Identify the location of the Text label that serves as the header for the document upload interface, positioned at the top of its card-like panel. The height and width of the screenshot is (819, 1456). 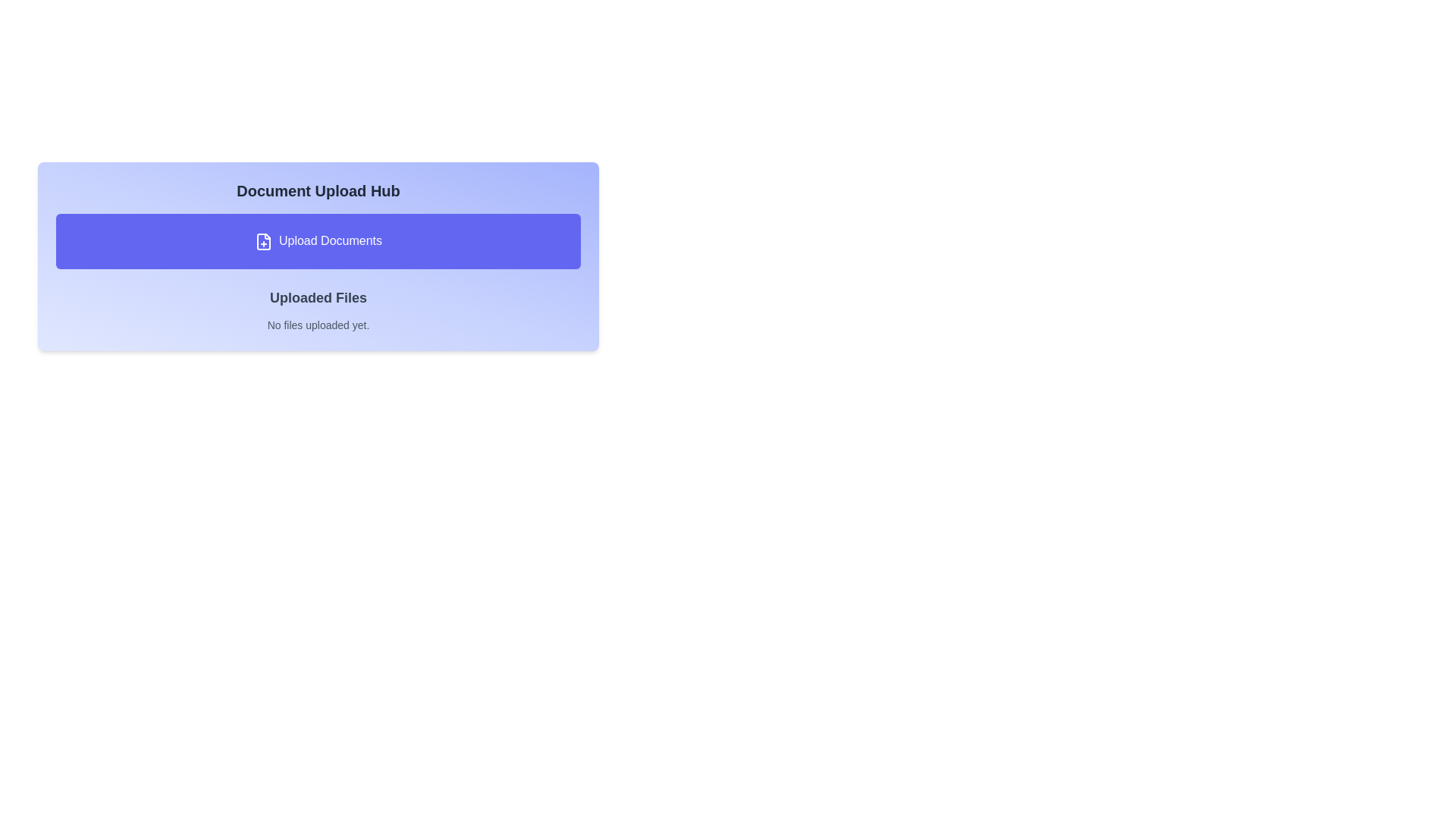
(318, 190).